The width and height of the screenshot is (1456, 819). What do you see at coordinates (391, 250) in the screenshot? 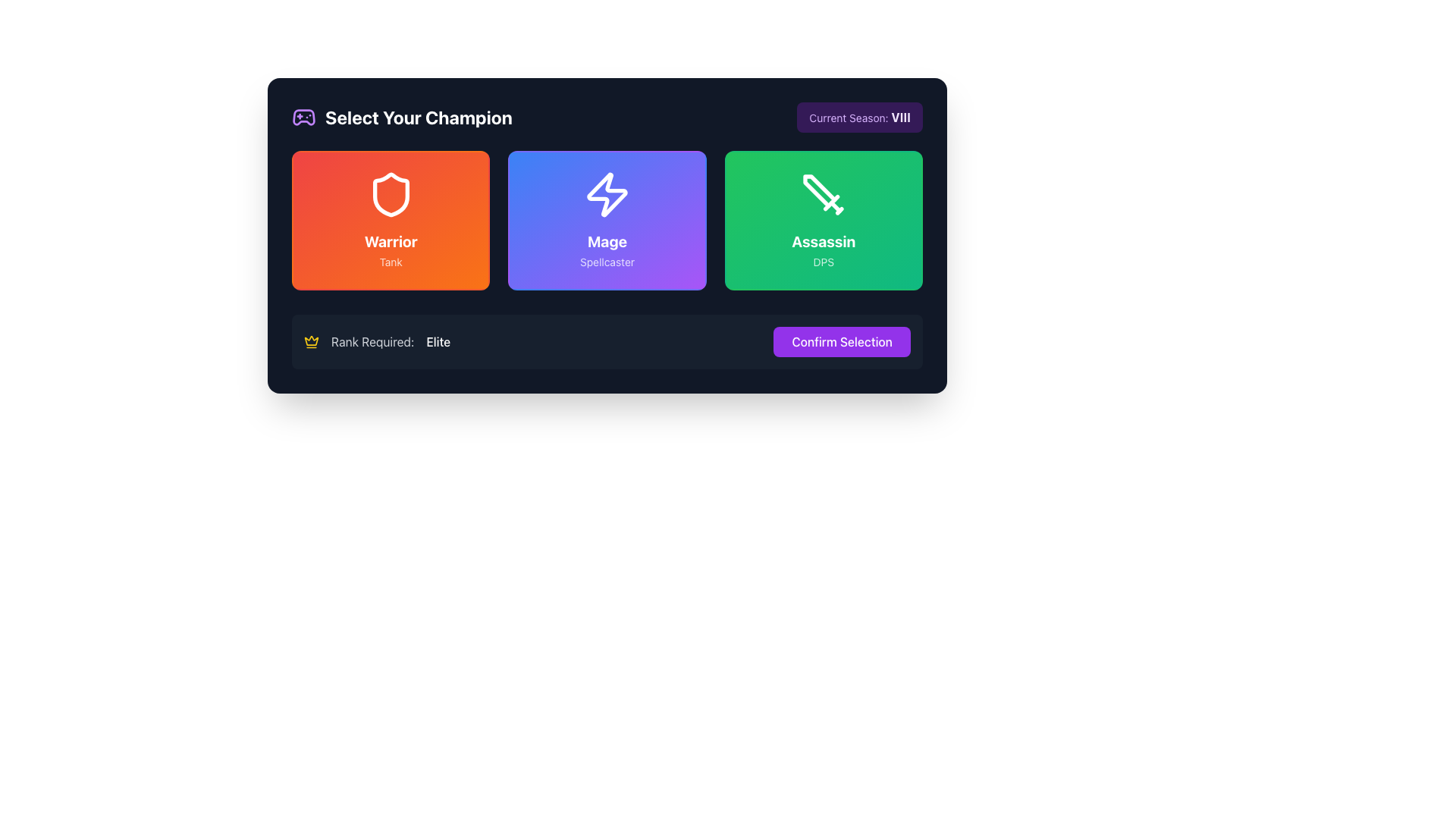
I see `the text block describing the 'Warrior' class and its role 'Tank'` at bounding box center [391, 250].